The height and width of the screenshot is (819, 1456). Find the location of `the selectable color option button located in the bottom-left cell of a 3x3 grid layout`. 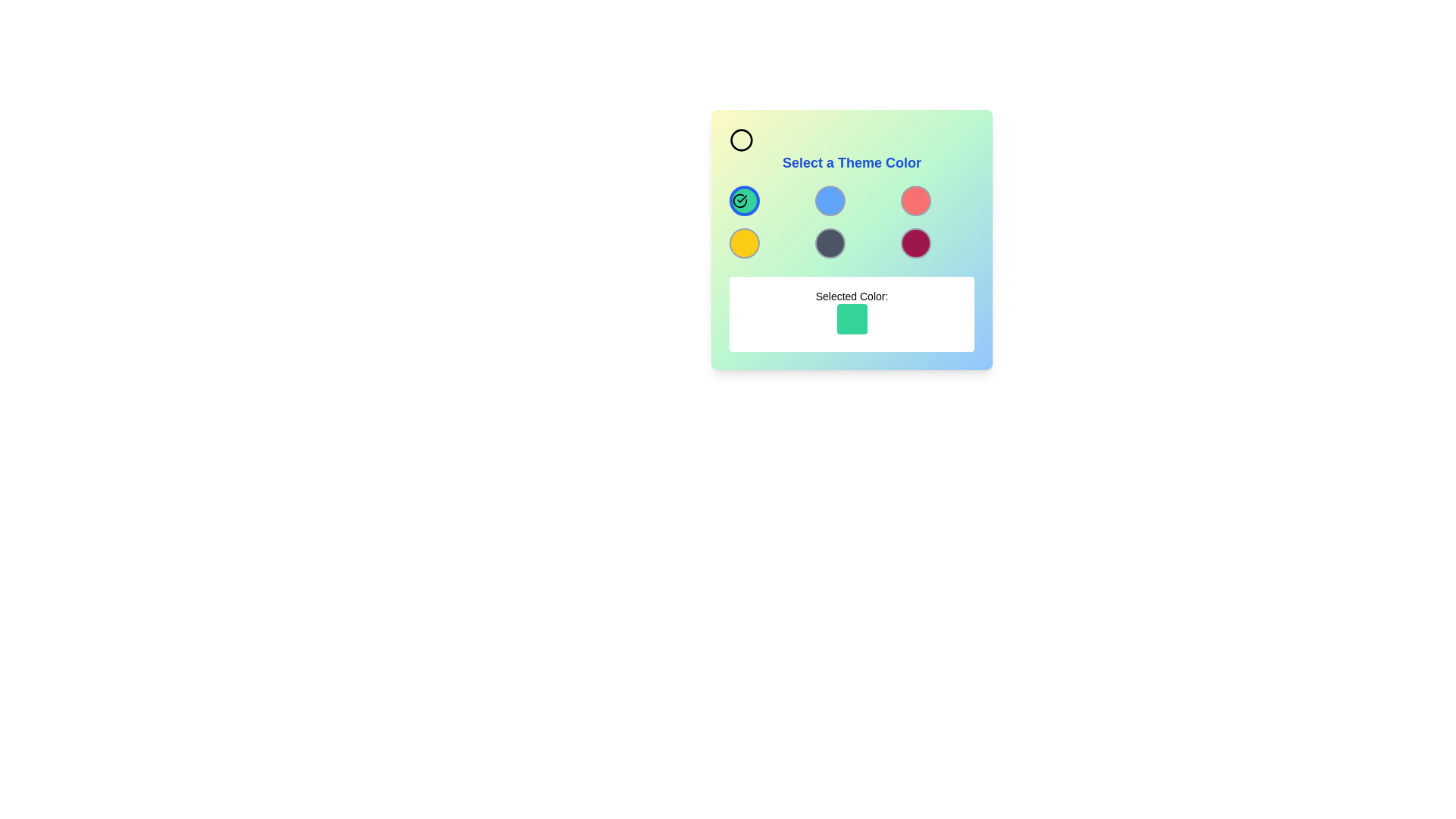

the selectable color option button located in the bottom-left cell of a 3x3 grid layout is located at coordinates (745, 242).